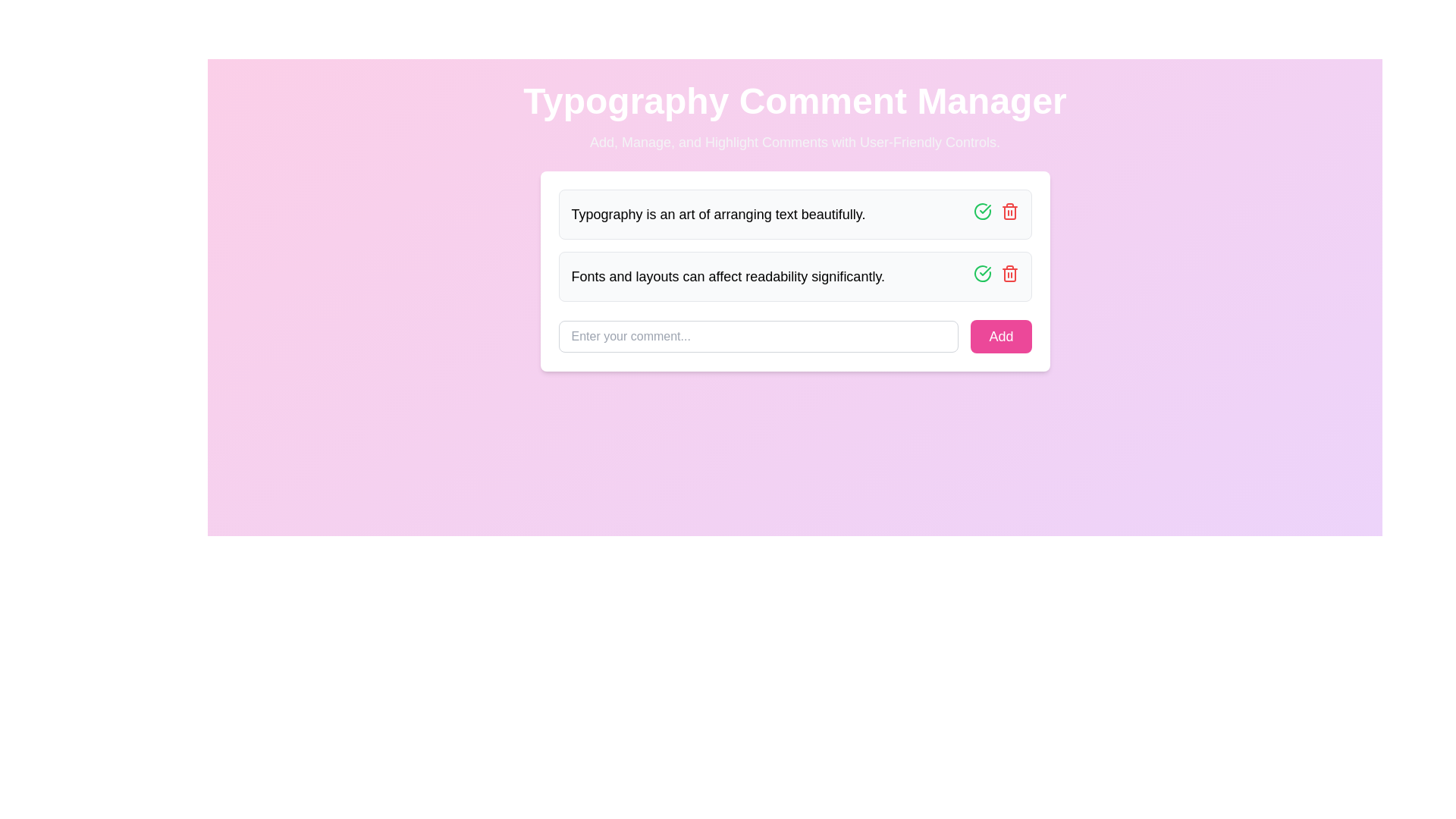 This screenshot has width=1456, height=819. Describe the element at coordinates (982, 274) in the screenshot. I see `the green circular progress indicator icon located on the right-hand side of the comment box adjacent to the text segment 'Typography is an art of arranging text beautifully.'` at that location.